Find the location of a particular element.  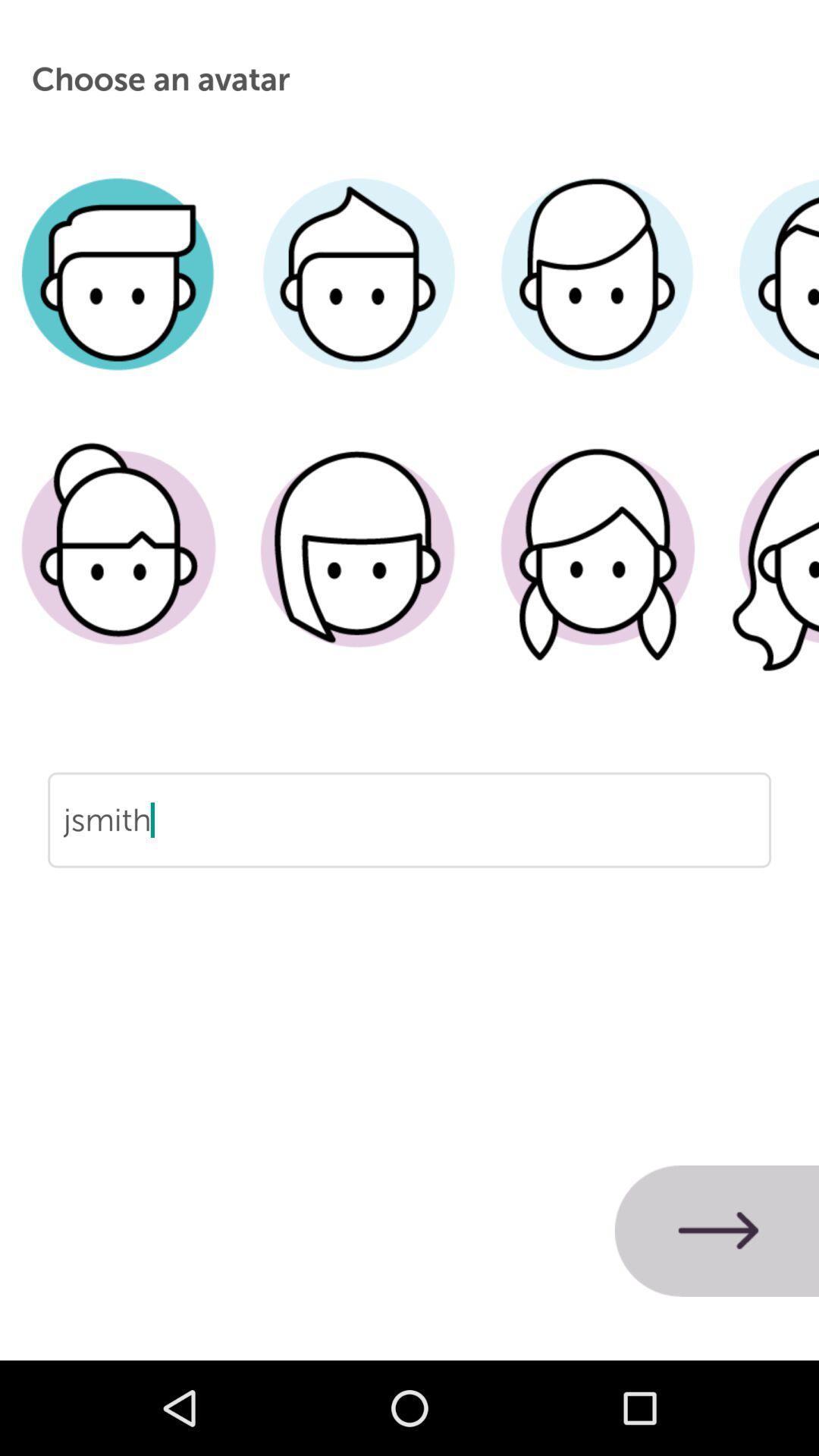

braid girl cartoon is located at coordinates (596, 570).